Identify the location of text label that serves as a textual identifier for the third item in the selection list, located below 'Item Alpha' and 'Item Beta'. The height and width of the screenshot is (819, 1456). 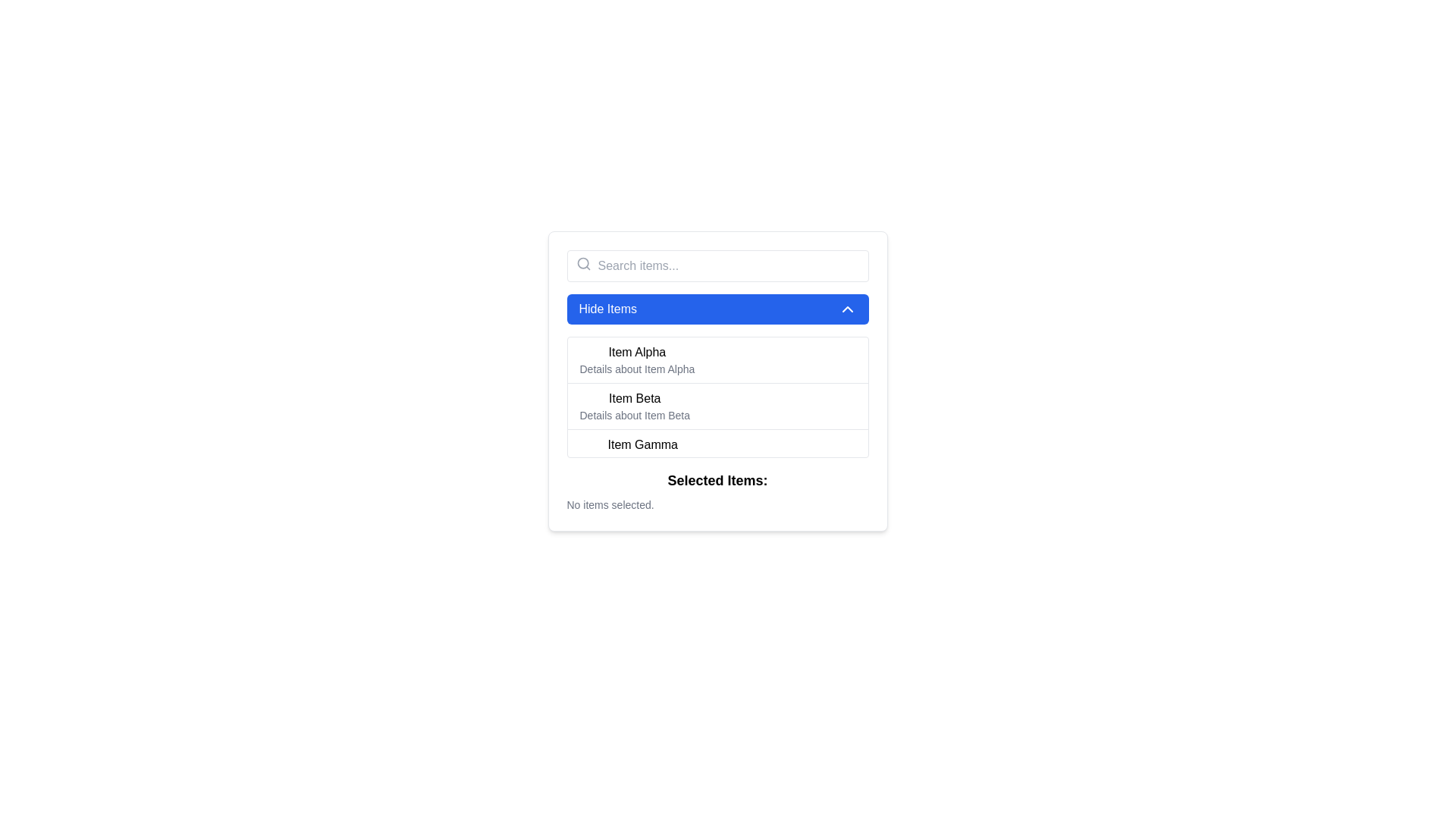
(642, 444).